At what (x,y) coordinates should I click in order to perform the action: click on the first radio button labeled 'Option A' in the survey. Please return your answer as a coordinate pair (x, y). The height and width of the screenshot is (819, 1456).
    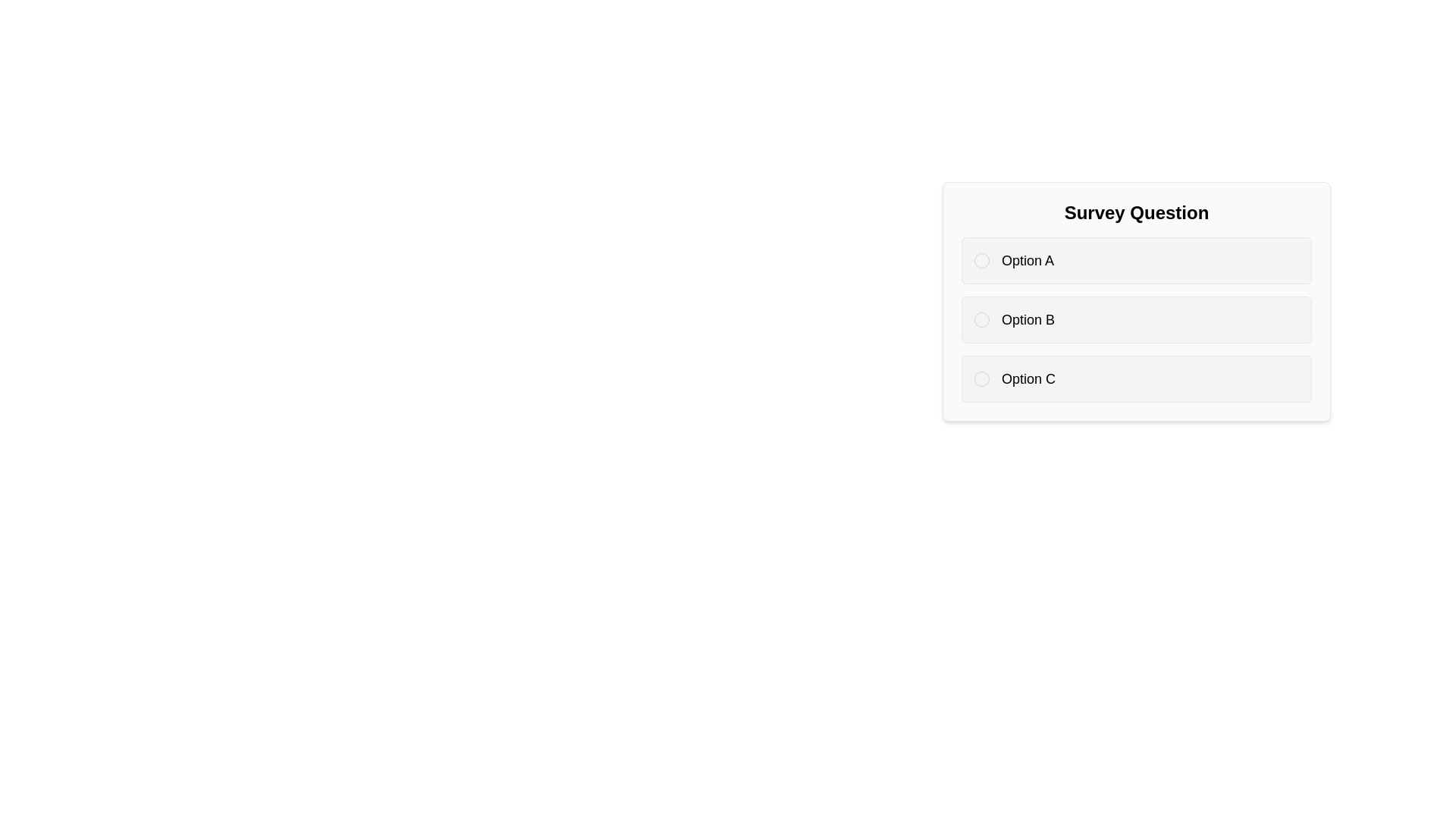
    Looking at the image, I should click on (982, 259).